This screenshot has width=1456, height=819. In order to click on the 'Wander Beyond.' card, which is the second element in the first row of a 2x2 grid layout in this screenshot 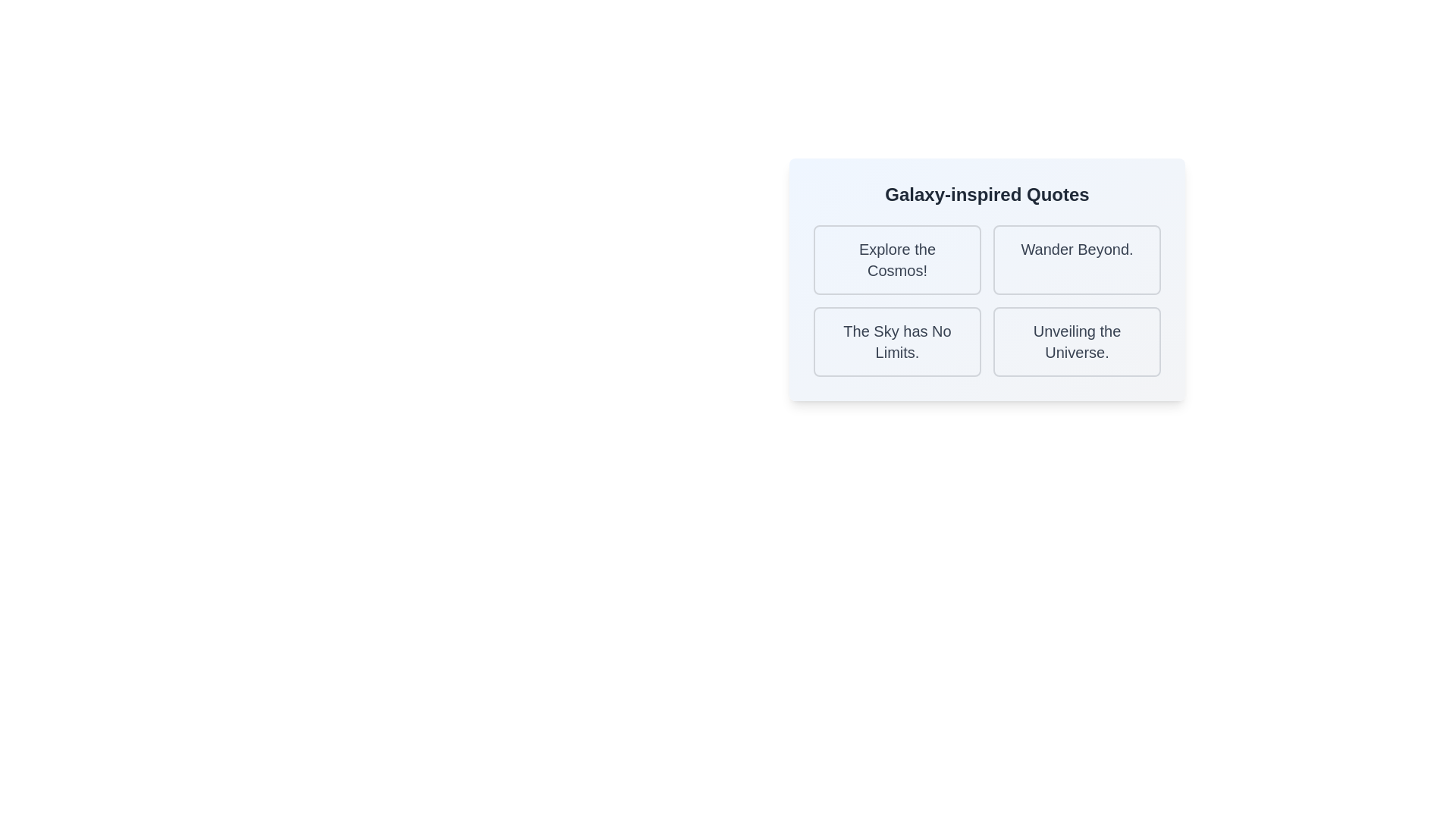, I will do `click(1076, 259)`.